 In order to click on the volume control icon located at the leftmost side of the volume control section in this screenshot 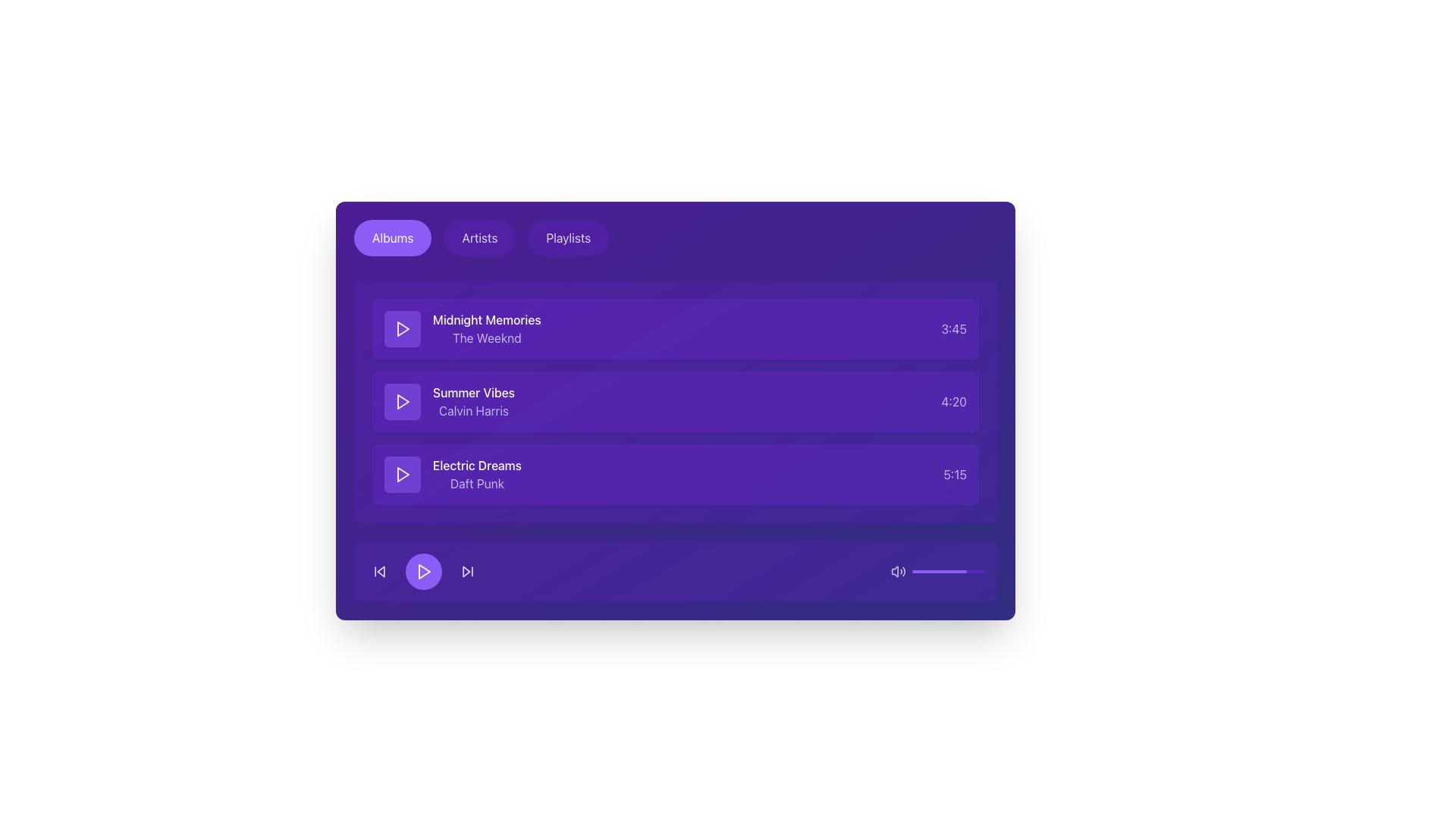, I will do `click(899, 571)`.